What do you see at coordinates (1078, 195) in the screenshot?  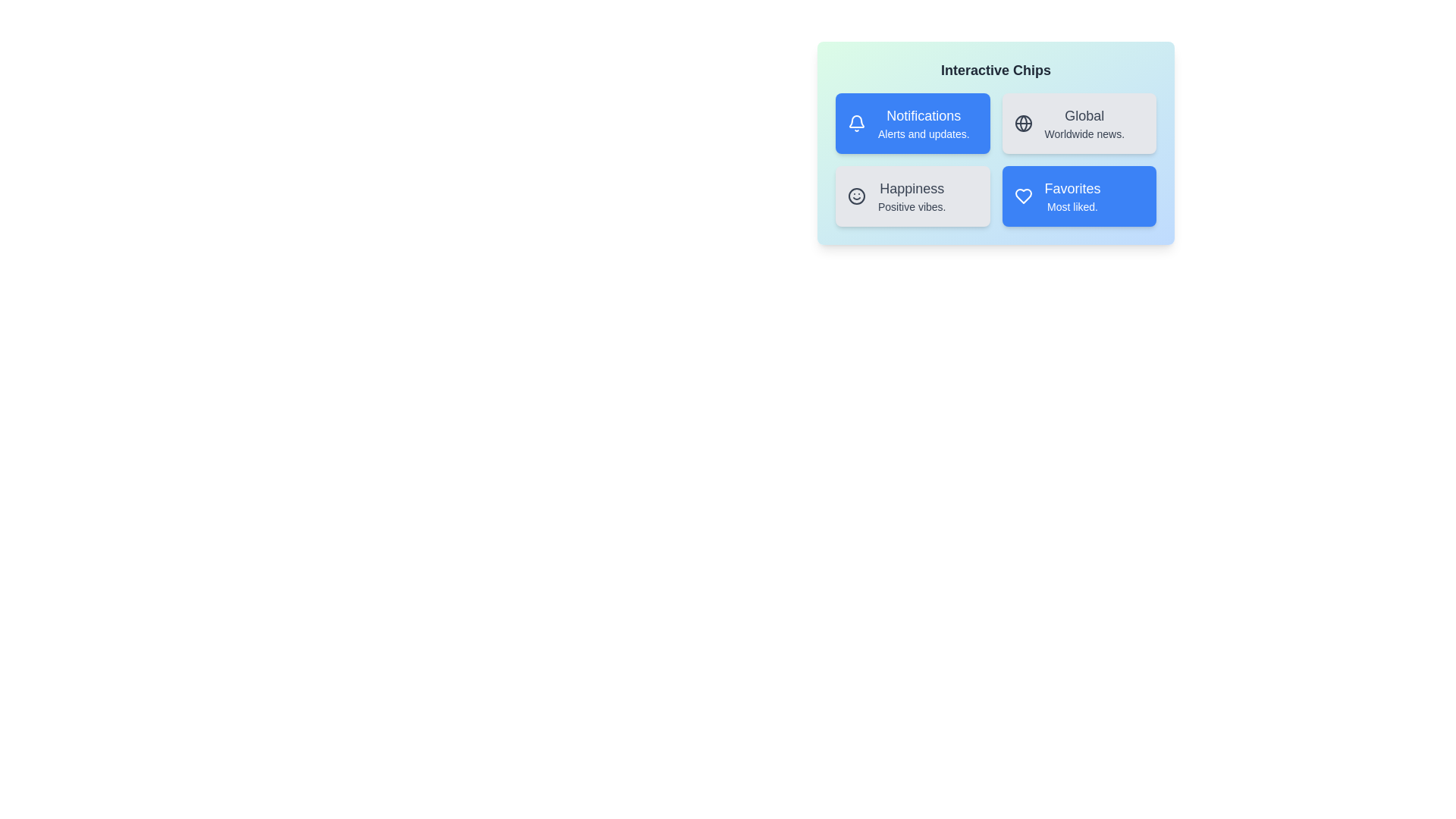 I see `the chip labeled Favorites` at bounding box center [1078, 195].